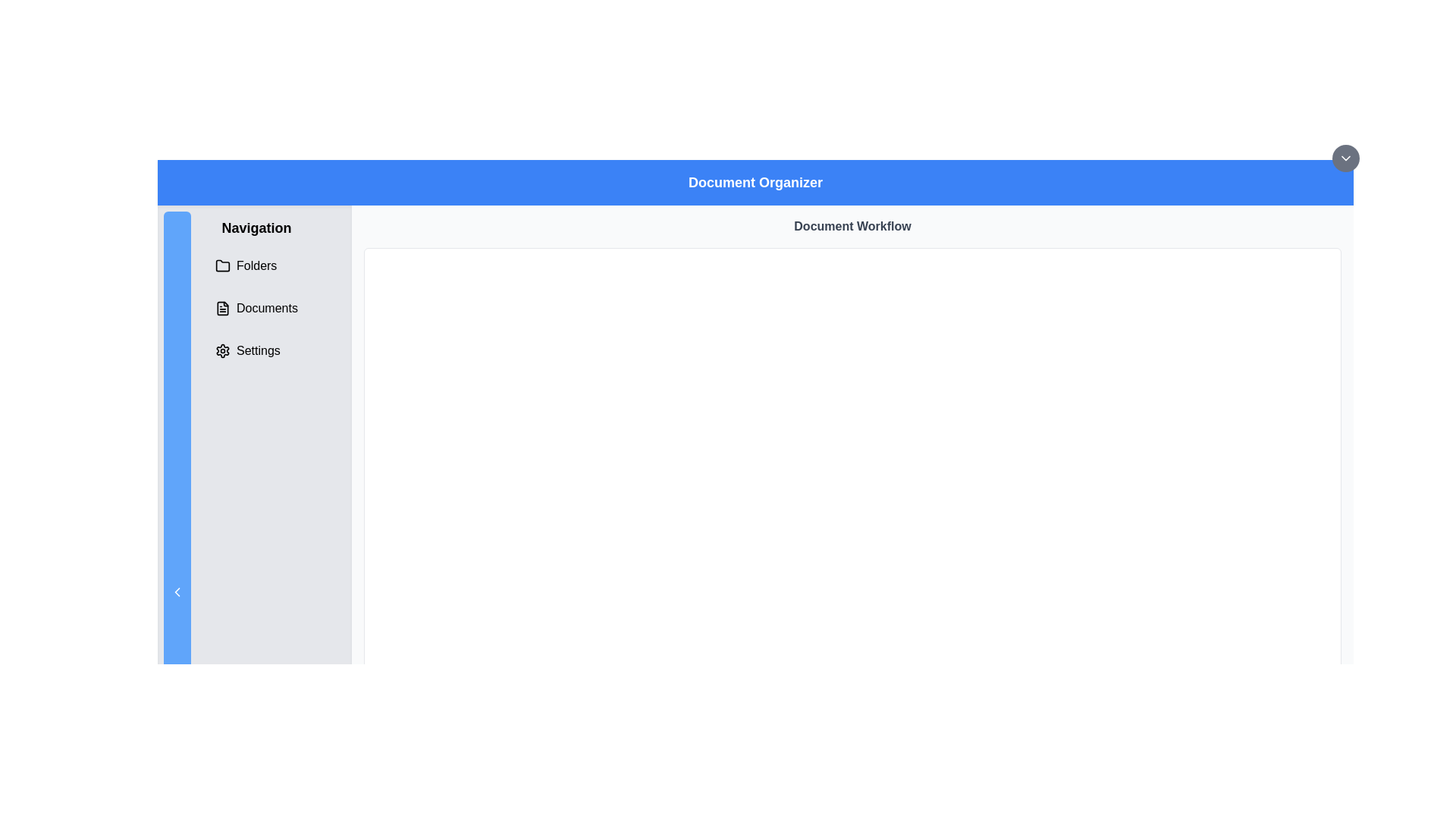  Describe the element at coordinates (256, 350) in the screenshot. I see `the 'Settings' navigation menu item, which features a gear-shaped icon and is the third item in the vertical list under the 'Navigation' header` at that location.